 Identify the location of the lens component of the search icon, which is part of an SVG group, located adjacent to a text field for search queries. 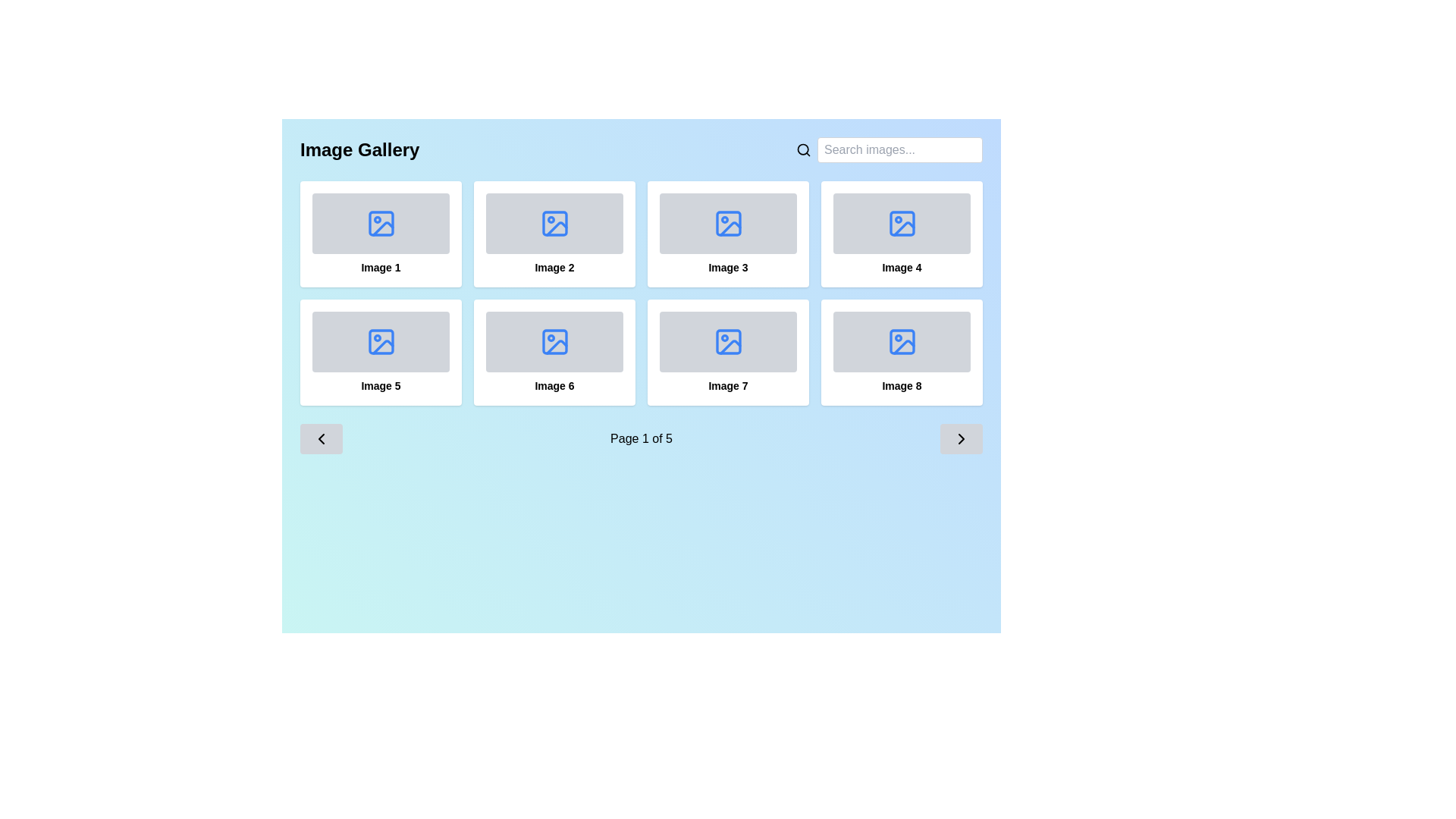
(802, 149).